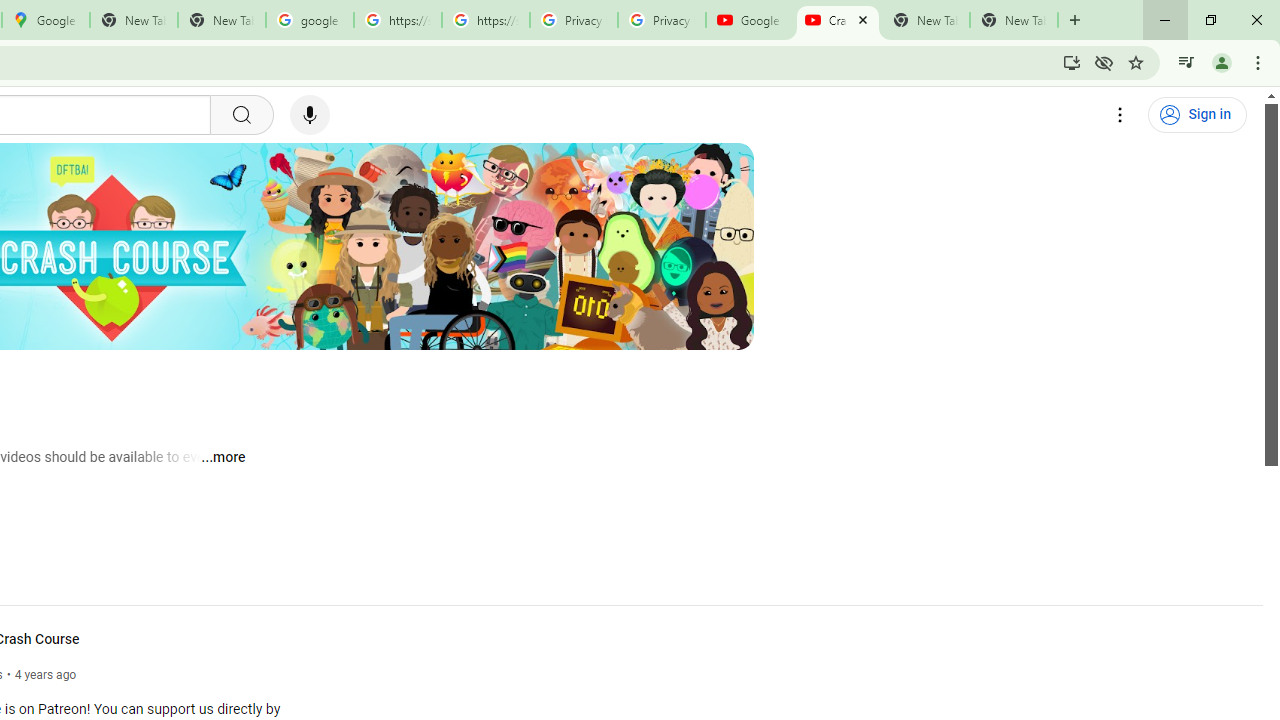  What do you see at coordinates (1209, 20) in the screenshot?
I see `'Restore'` at bounding box center [1209, 20].